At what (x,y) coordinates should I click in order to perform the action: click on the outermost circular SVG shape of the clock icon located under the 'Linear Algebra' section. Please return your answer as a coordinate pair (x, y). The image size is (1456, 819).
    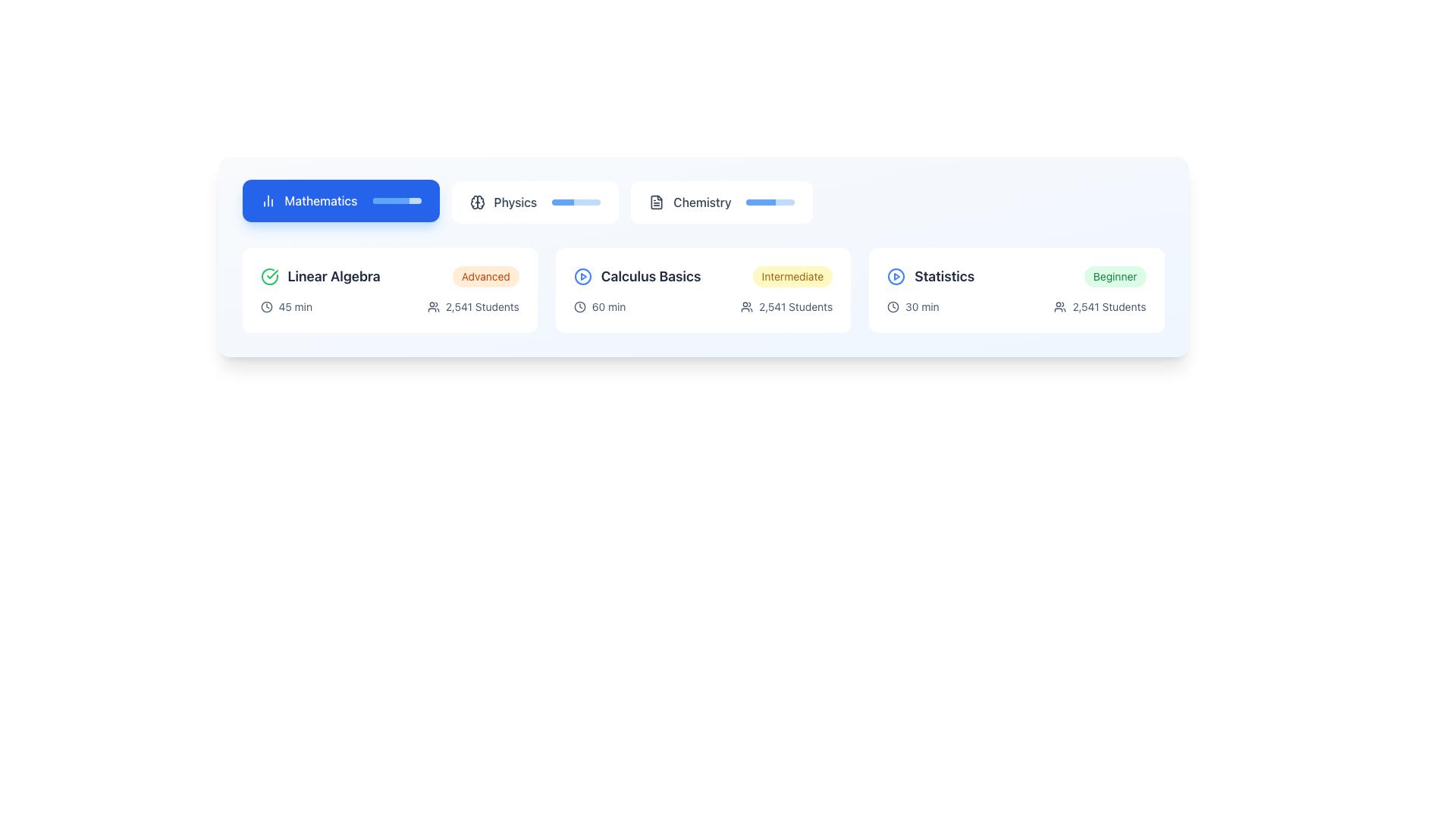
    Looking at the image, I should click on (266, 307).